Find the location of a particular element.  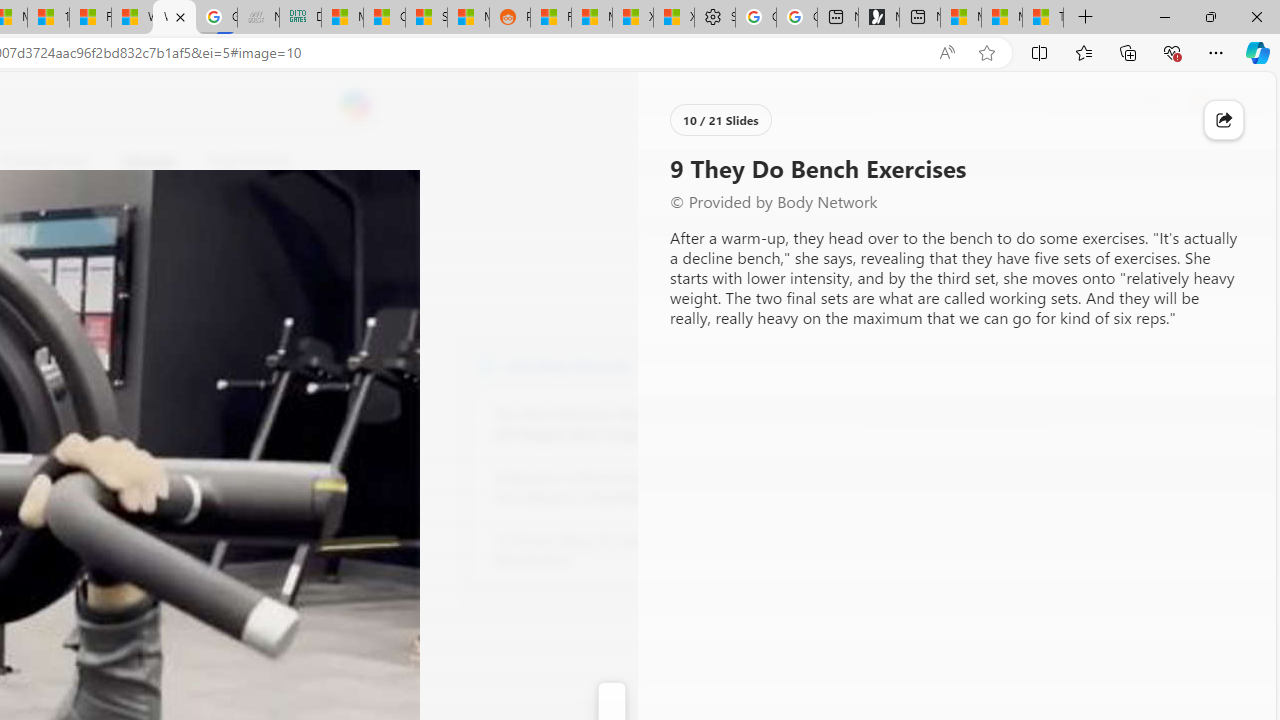

'Microsoft Start Gaming' is located at coordinates (878, 17).